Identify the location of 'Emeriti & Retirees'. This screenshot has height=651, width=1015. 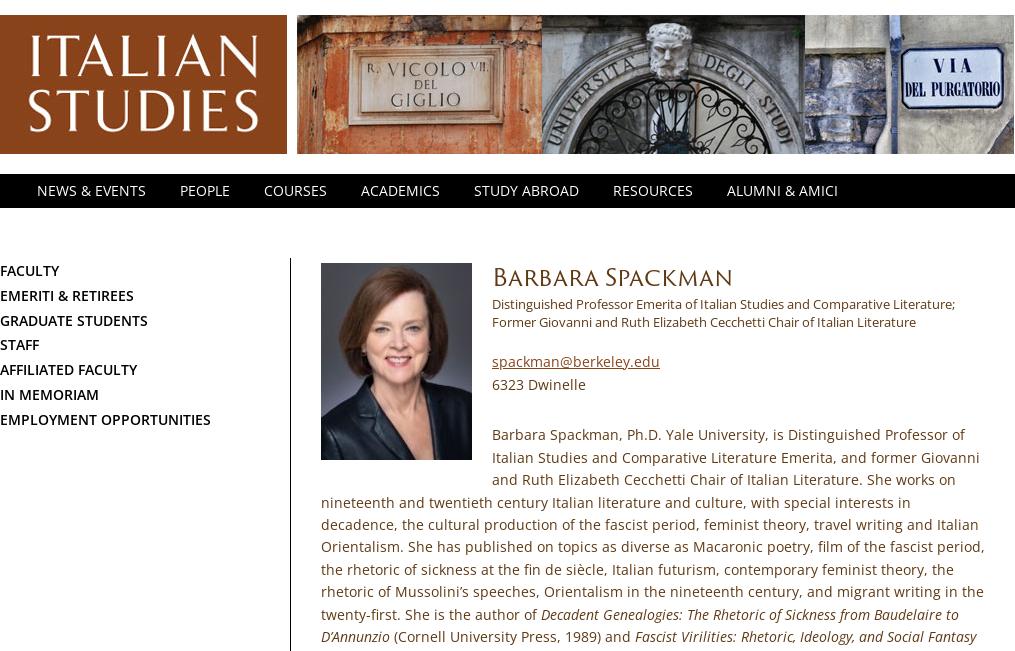
(65, 293).